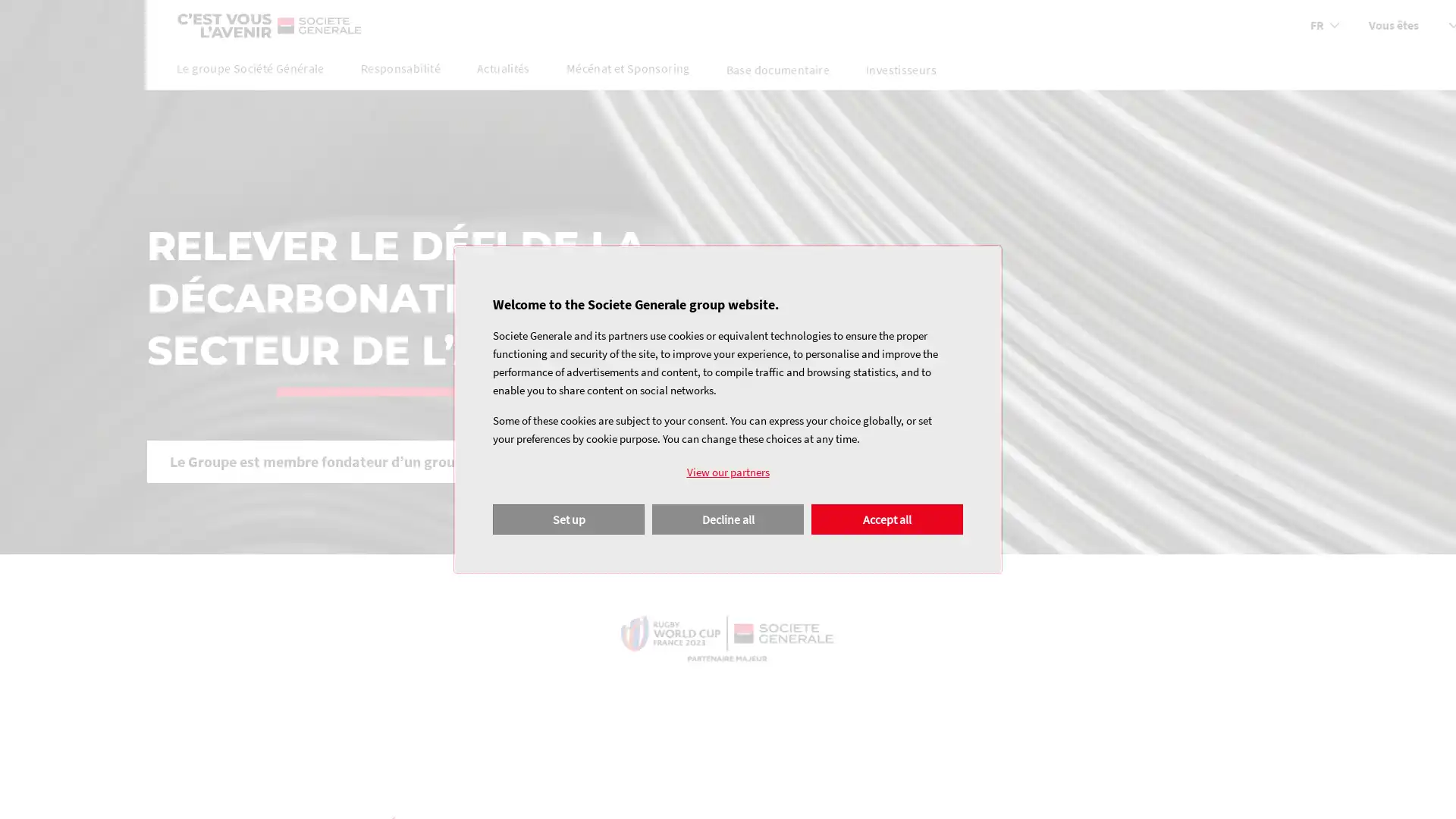 This screenshot has height=819, width=1456. What do you see at coordinates (1032, 85) in the screenshot?
I see `Chosir la langue de la page` at bounding box center [1032, 85].